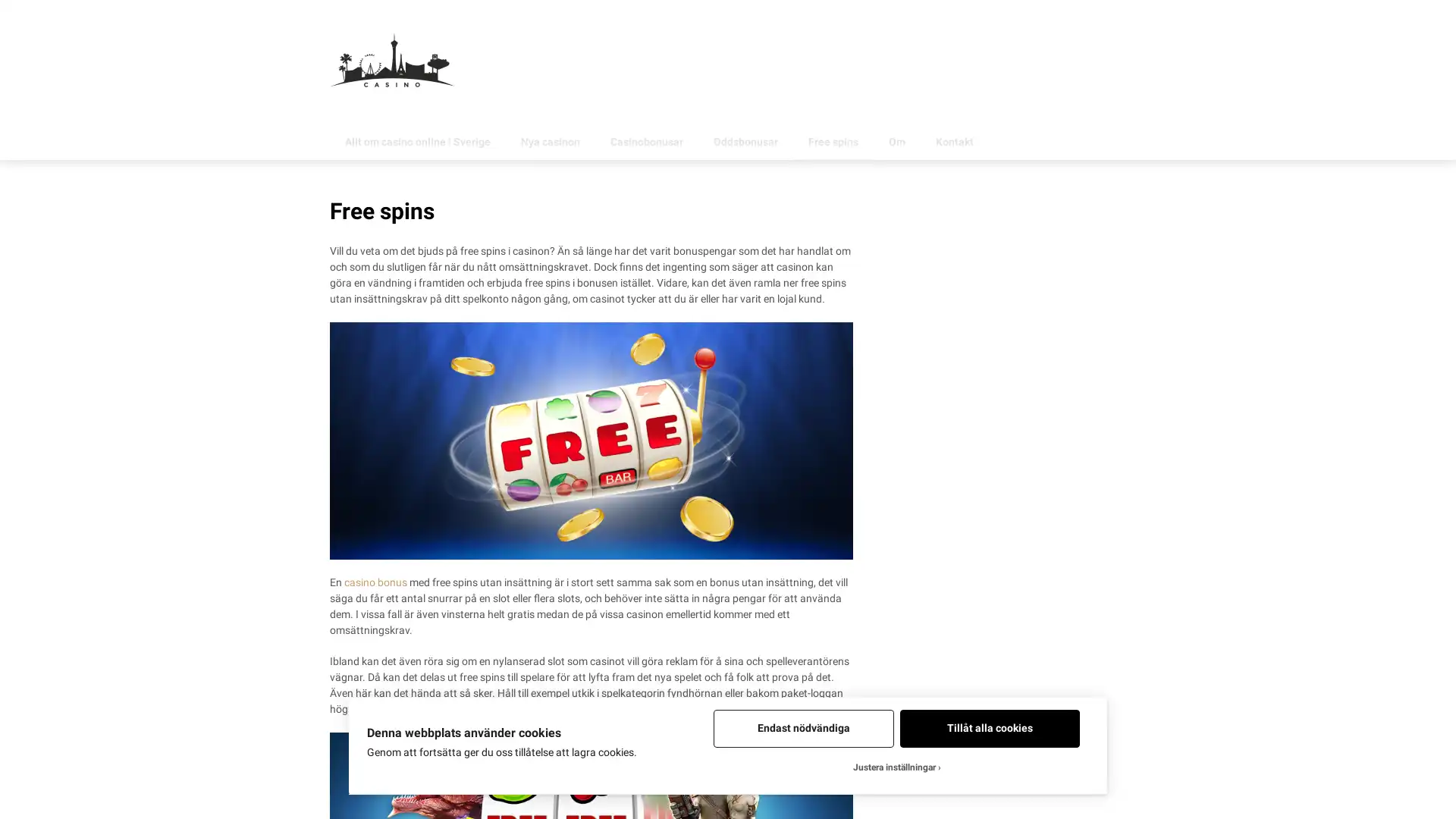 The image size is (1456, 819). What do you see at coordinates (802, 727) in the screenshot?
I see `Endast nodvandiga` at bounding box center [802, 727].